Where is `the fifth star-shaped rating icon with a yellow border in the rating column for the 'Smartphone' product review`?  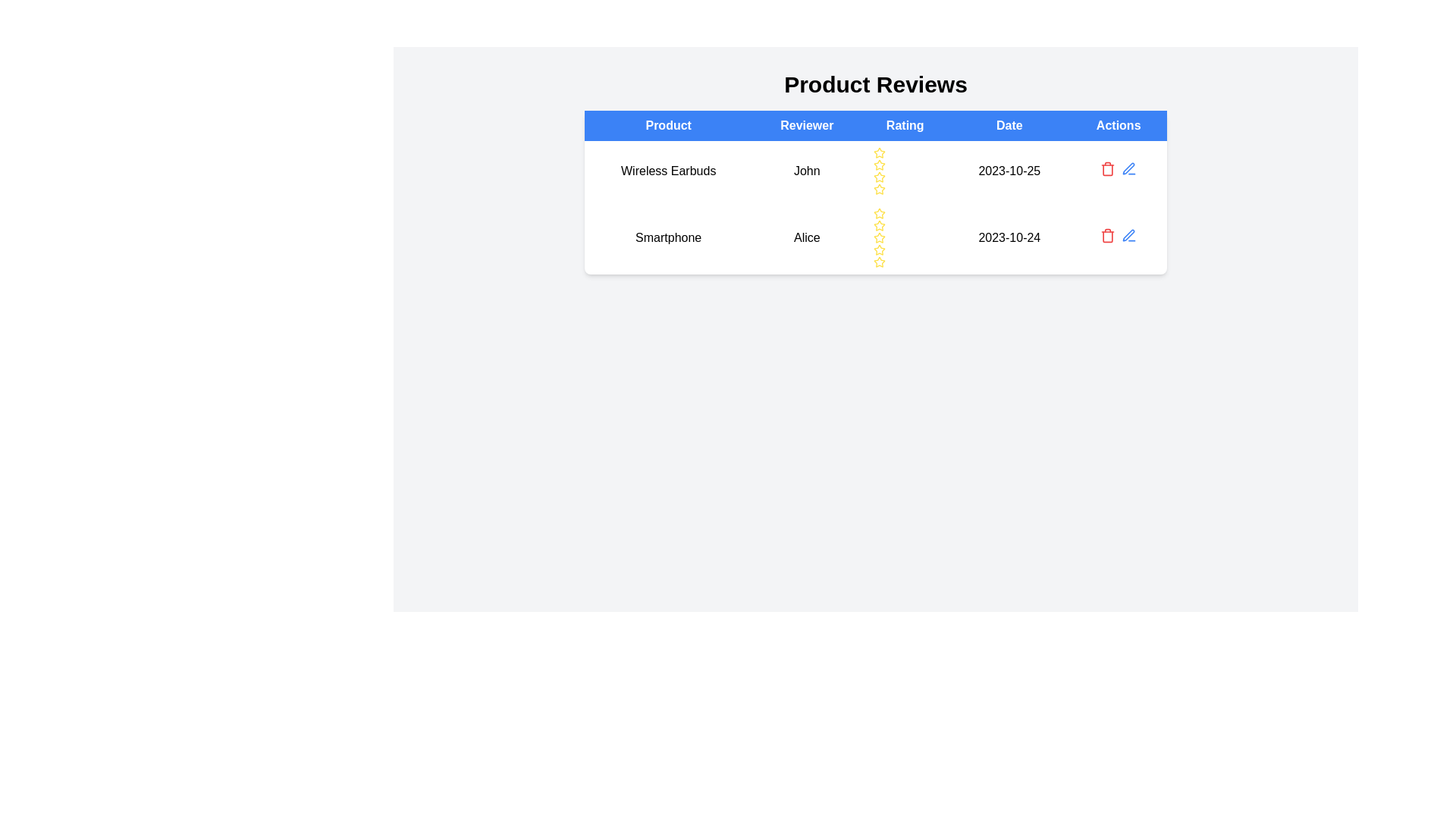 the fifth star-shaped rating icon with a yellow border in the rating column for the 'Smartphone' product review is located at coordinates (880, 262).